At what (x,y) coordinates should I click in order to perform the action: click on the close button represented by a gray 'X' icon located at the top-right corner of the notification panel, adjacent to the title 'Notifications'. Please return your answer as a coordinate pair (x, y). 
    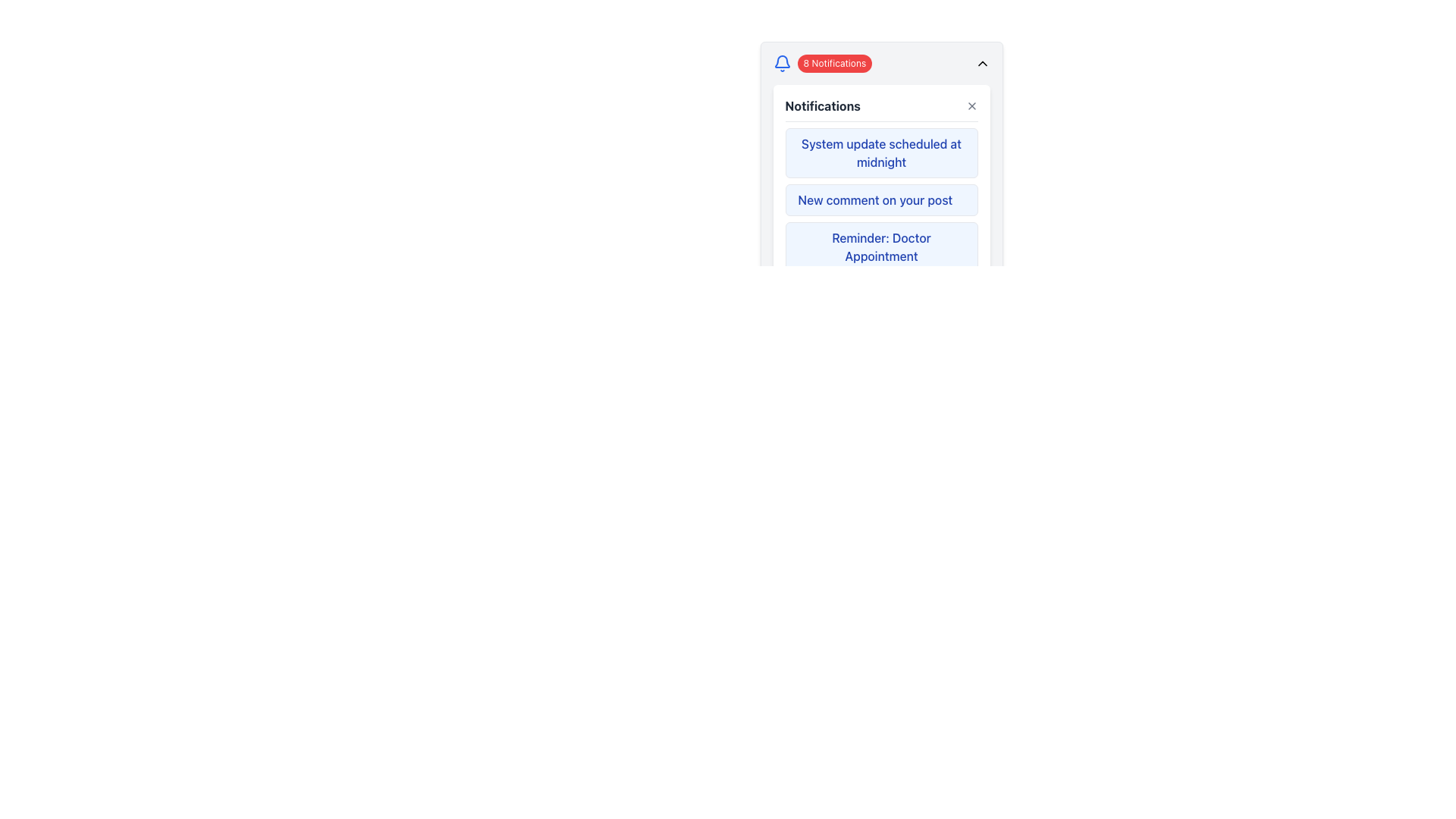
    Looking at the image, I should click on (971, 105).